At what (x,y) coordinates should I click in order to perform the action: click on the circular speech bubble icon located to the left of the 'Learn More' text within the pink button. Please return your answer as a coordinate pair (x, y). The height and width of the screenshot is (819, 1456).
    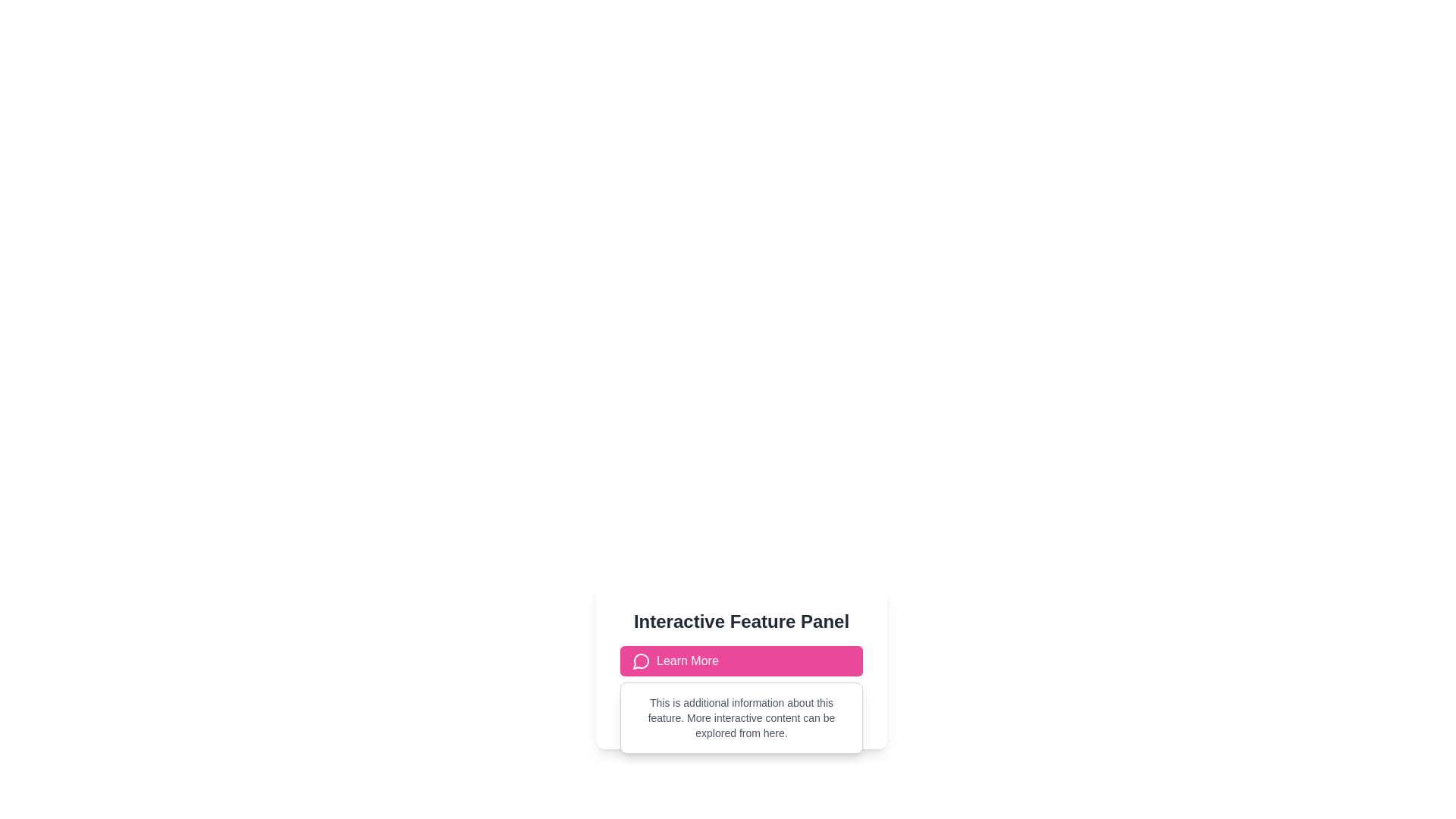
    Looking at the image, I should click on (641, 660).